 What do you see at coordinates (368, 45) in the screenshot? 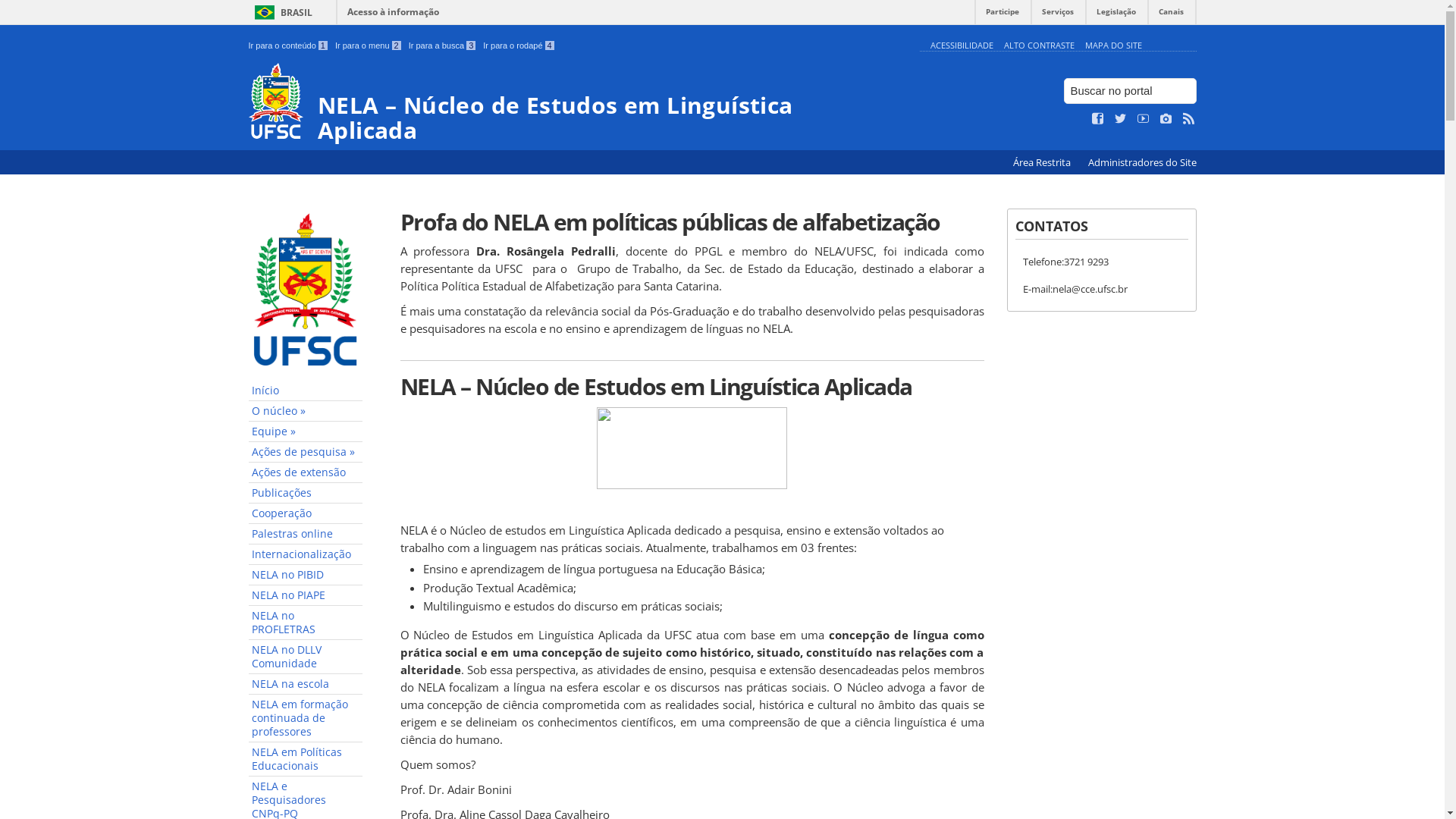
I see `'Ir para o menu 2'` at bounding box center [368, 45].